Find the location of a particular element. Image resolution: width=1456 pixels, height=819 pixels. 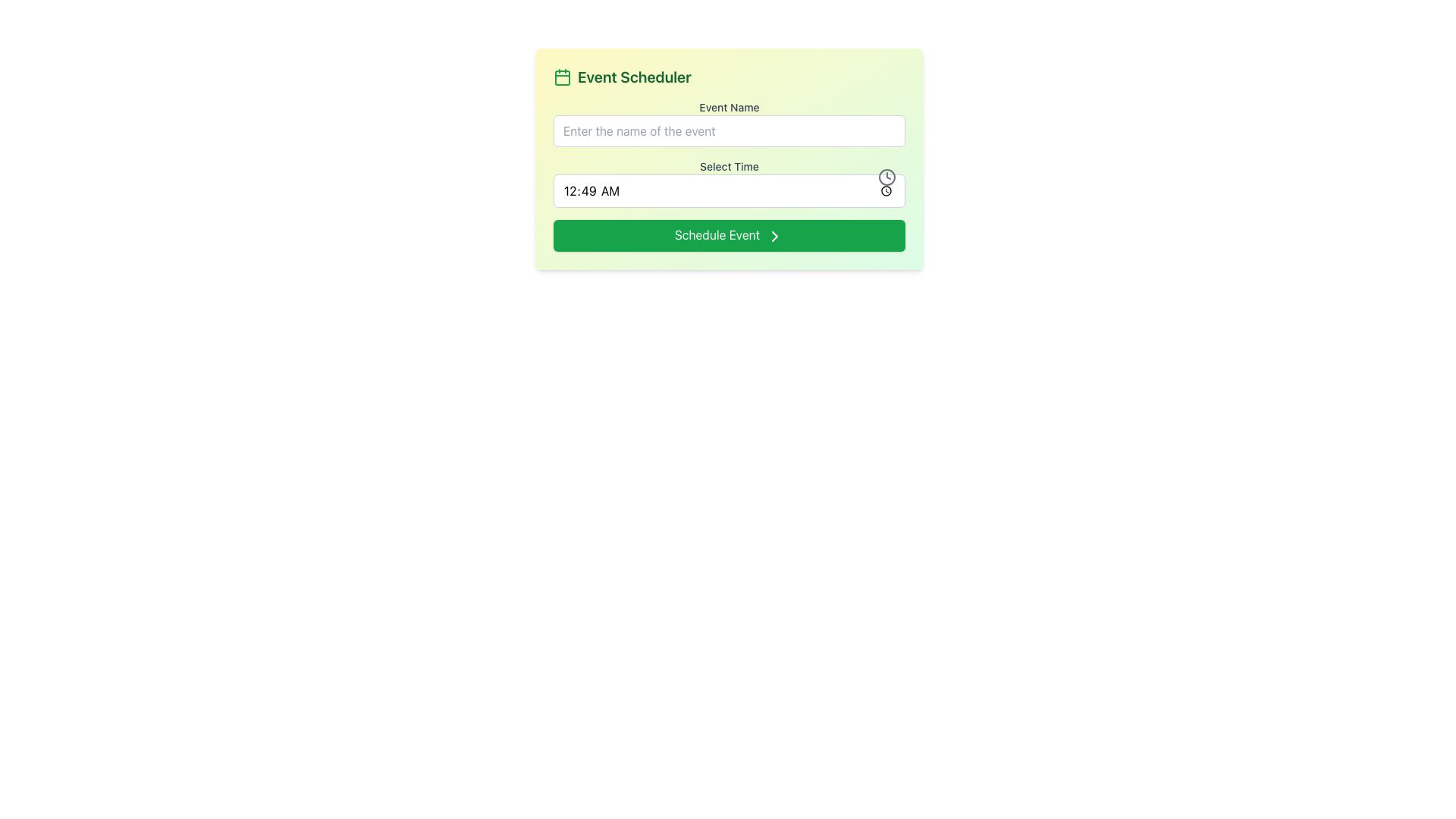

the time selection icon located at the top-right corner of the time input field, which indicates time-related functionalities is located at coordinates (887, 177).